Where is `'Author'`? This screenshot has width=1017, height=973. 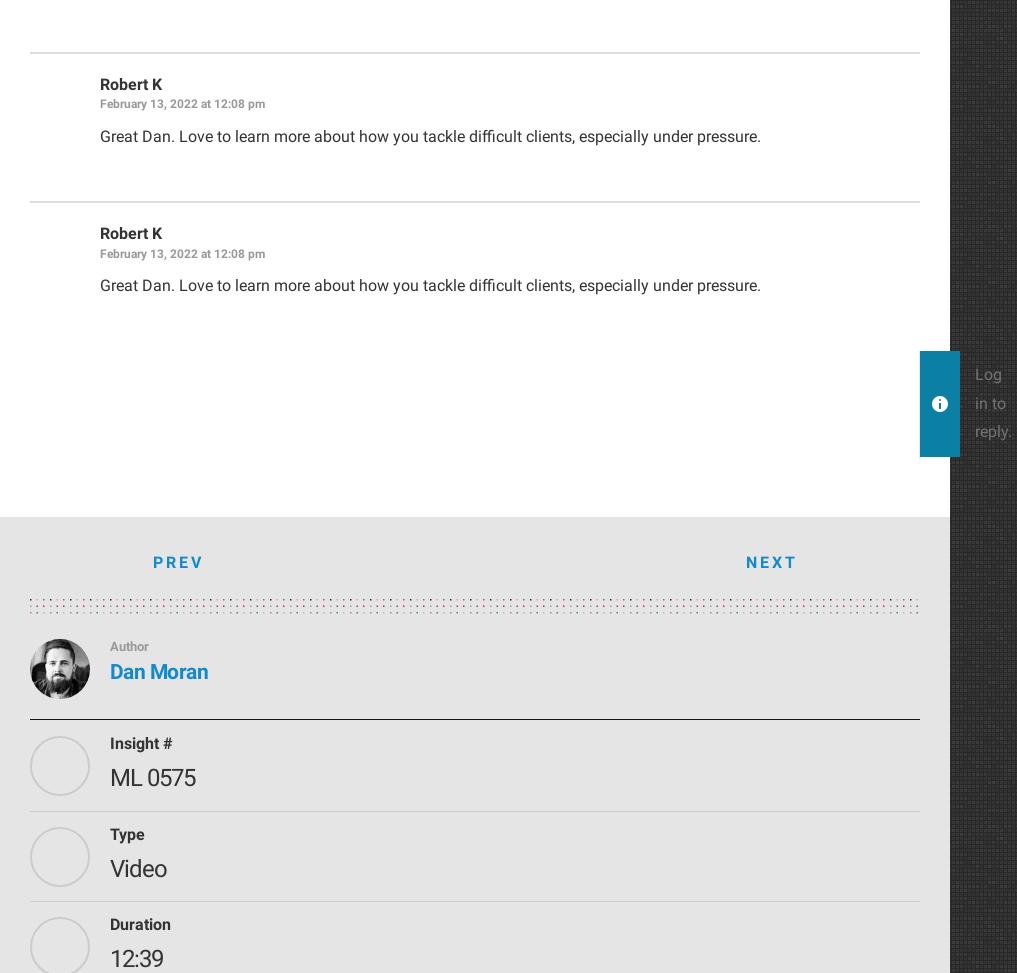 'Author' is located at coordinates (110, 645).